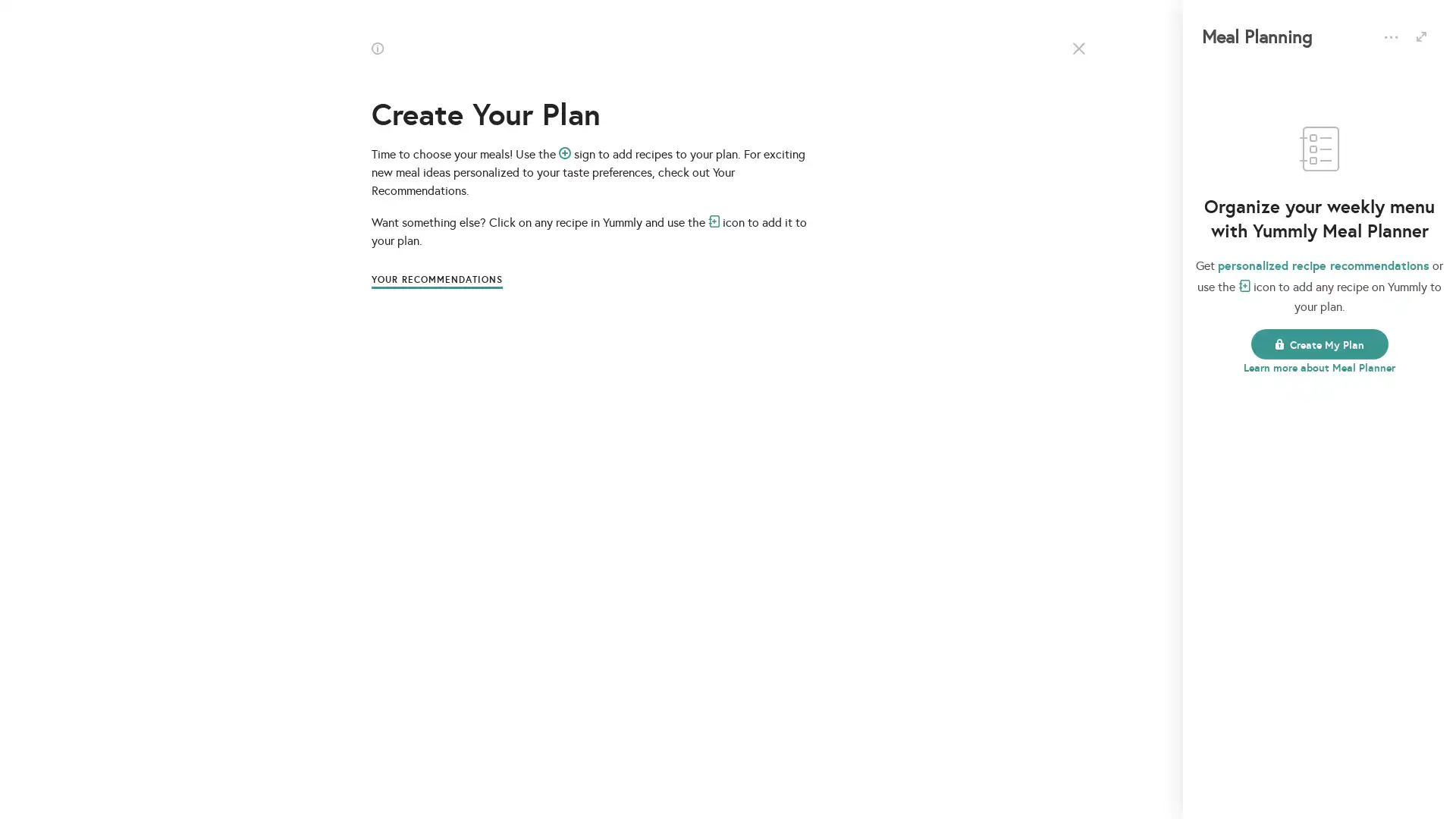  I want to click on Sesame-Free, so click(1228, 433).